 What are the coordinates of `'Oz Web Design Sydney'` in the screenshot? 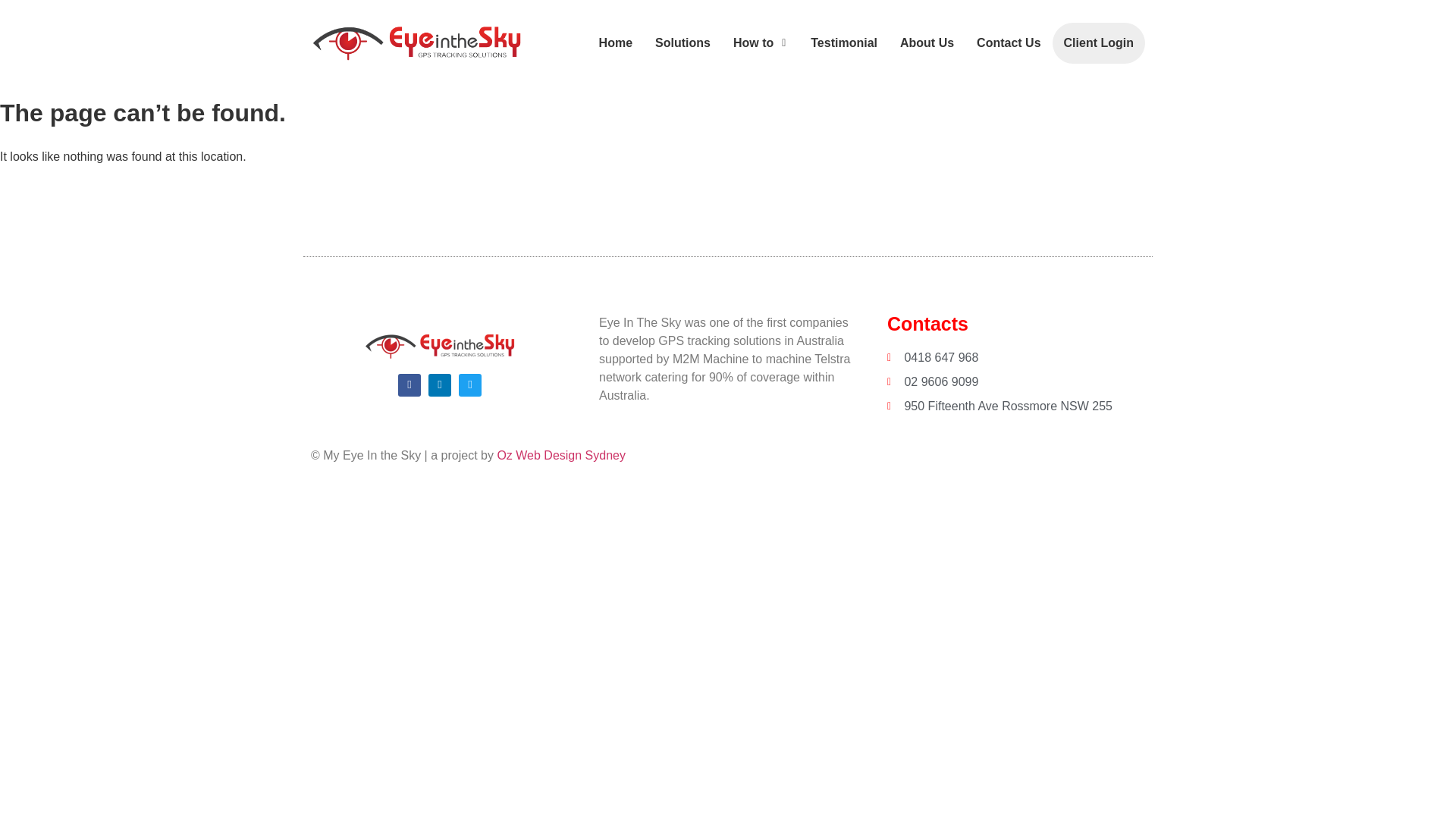 It's located at (560, 454).